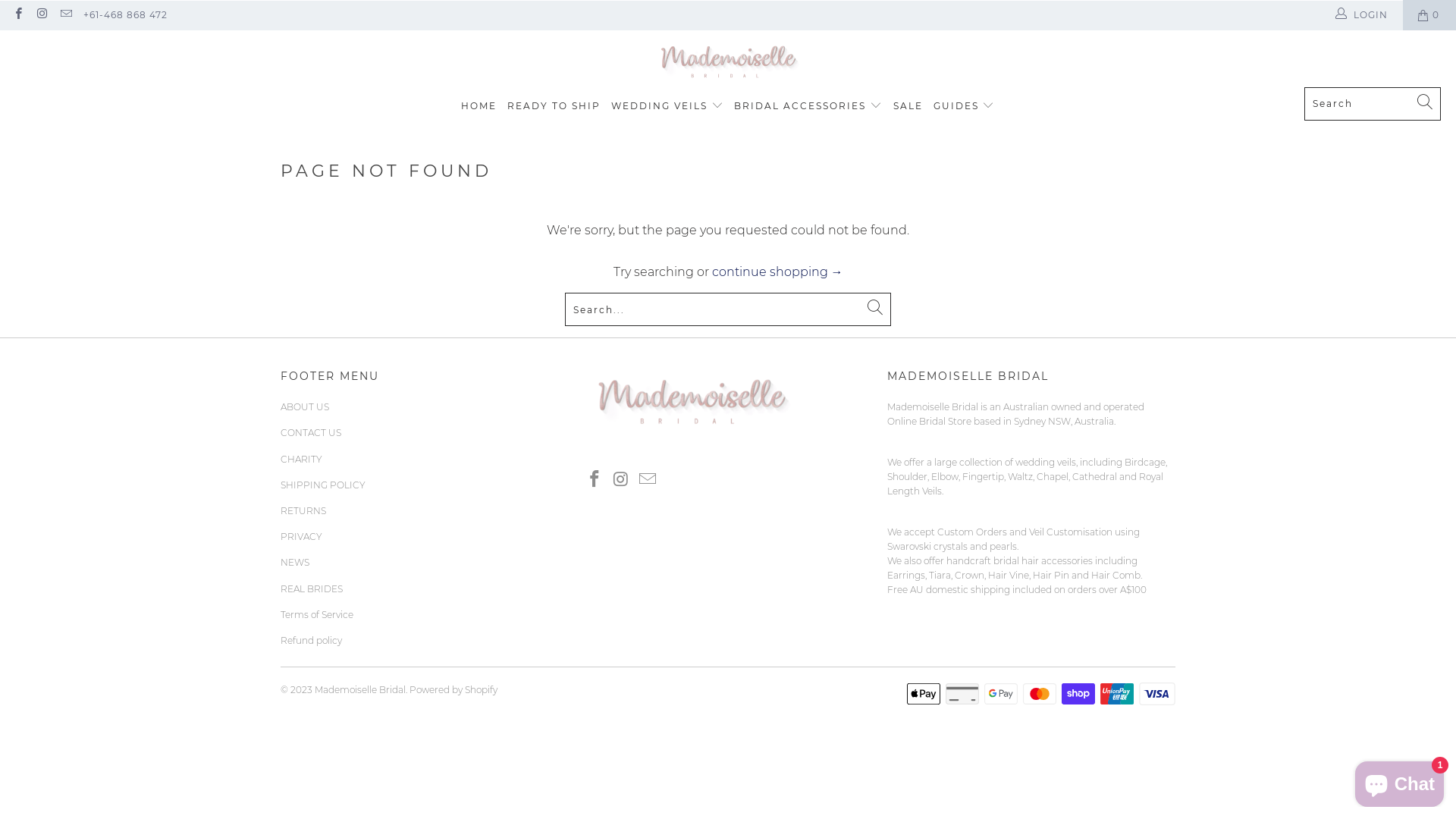  I want to click on 'SALE', so click(908, 105).